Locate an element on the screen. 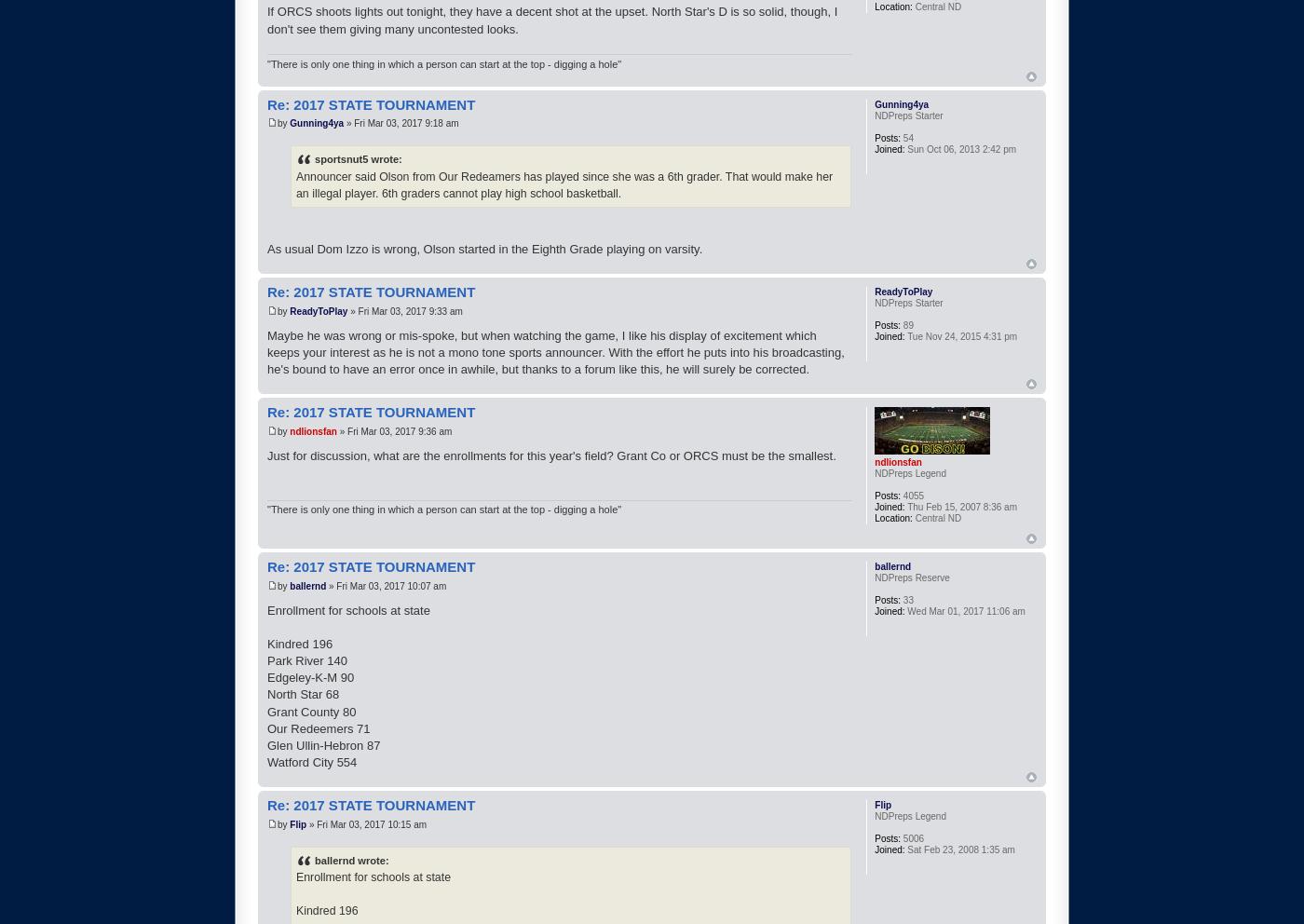  'Just for discussion, what are the enrollments for this year's field?  Grant Co or ORCS must be the smallest.' is located at coordinates (551, 455).